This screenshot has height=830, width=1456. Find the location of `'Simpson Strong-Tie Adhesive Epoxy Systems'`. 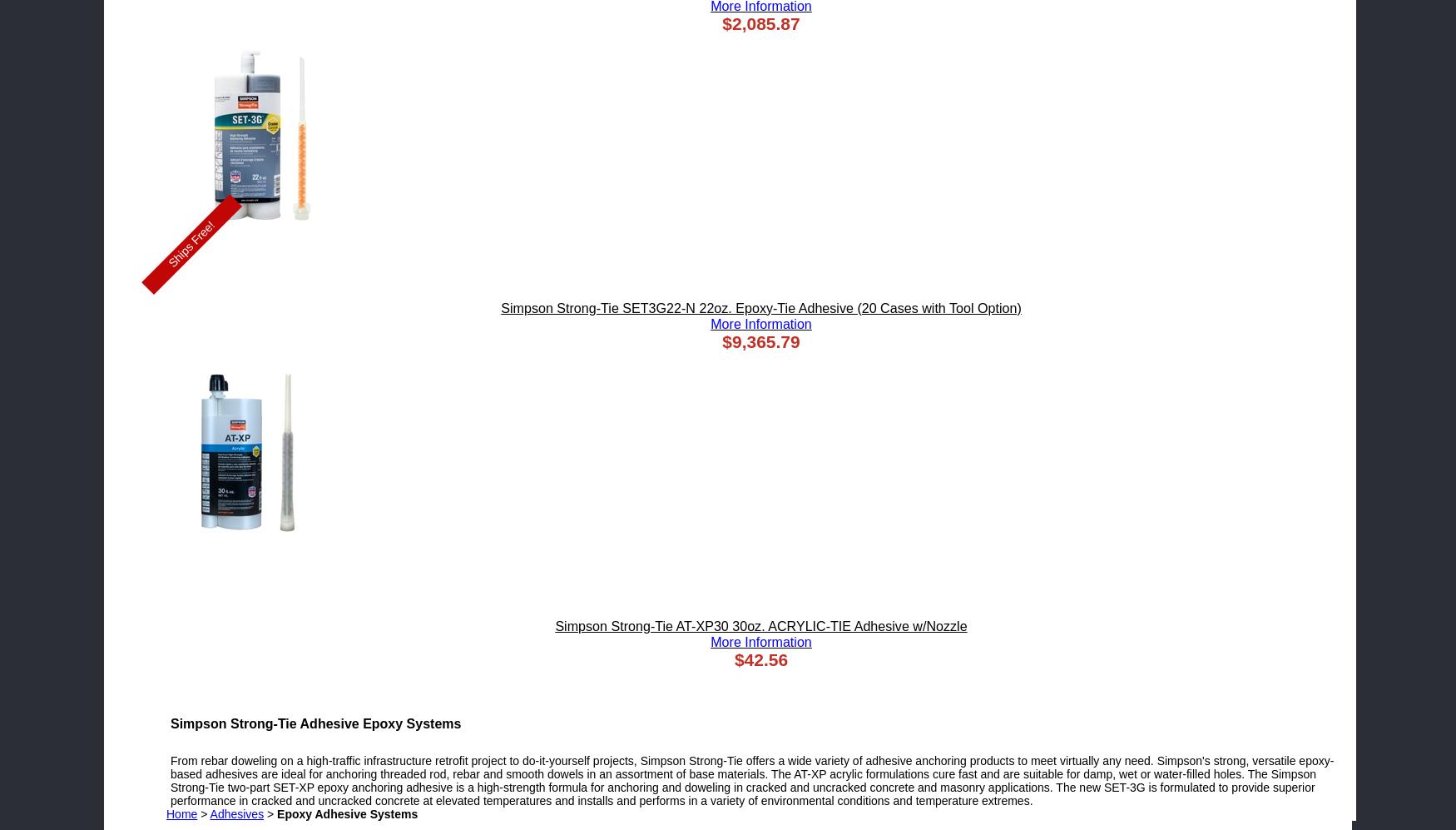

'Simpson Strong-Tie Adhesive Epoxy Systems' is located at coordinates (314, 723).